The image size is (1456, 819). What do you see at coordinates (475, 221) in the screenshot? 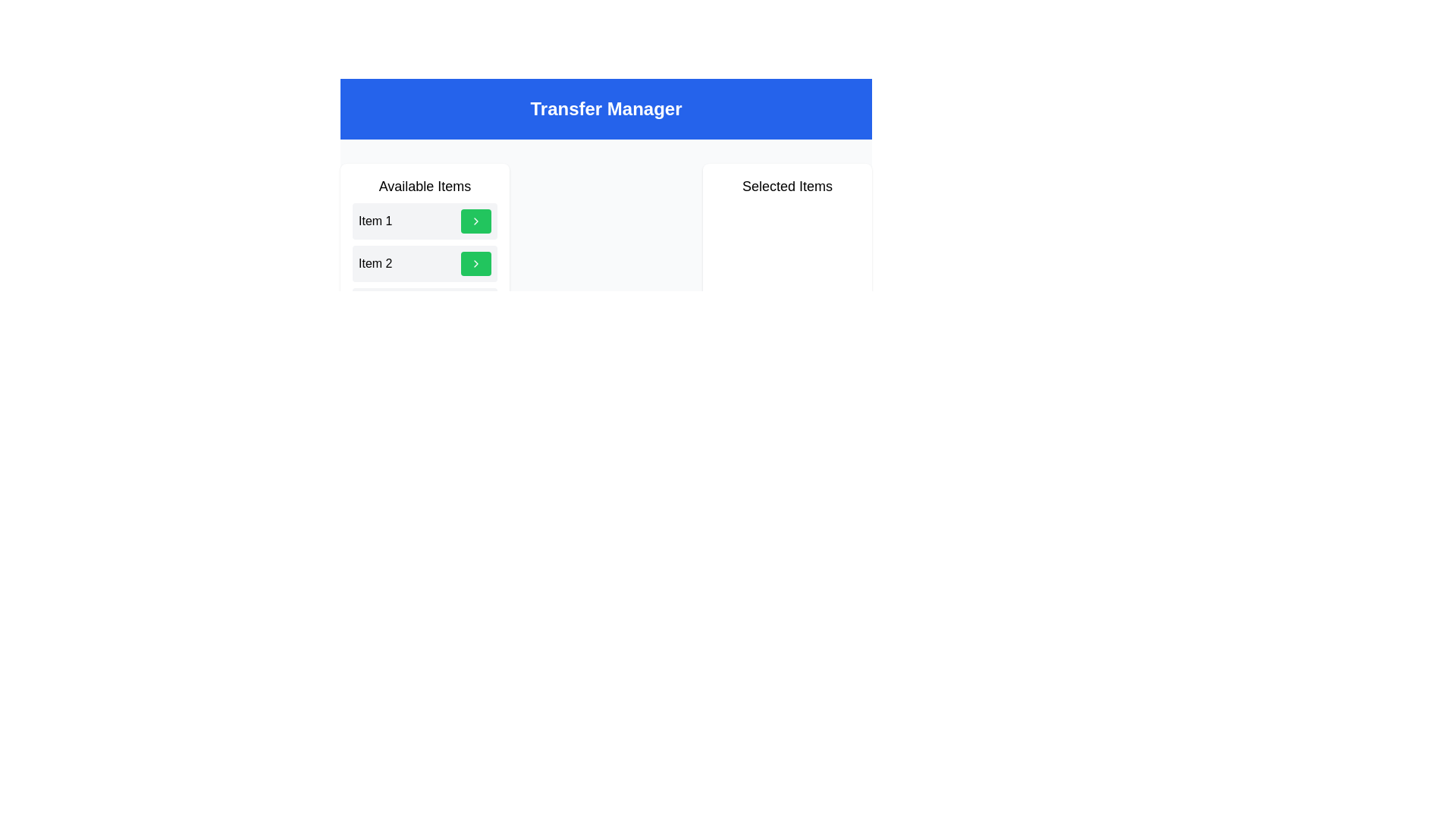
I see `the green rectangular button with rounded corners containing a right-facing white chevron icon, located to the right of 'Item 1' in the 'Available Items' section` at bounding box center [475, 221].